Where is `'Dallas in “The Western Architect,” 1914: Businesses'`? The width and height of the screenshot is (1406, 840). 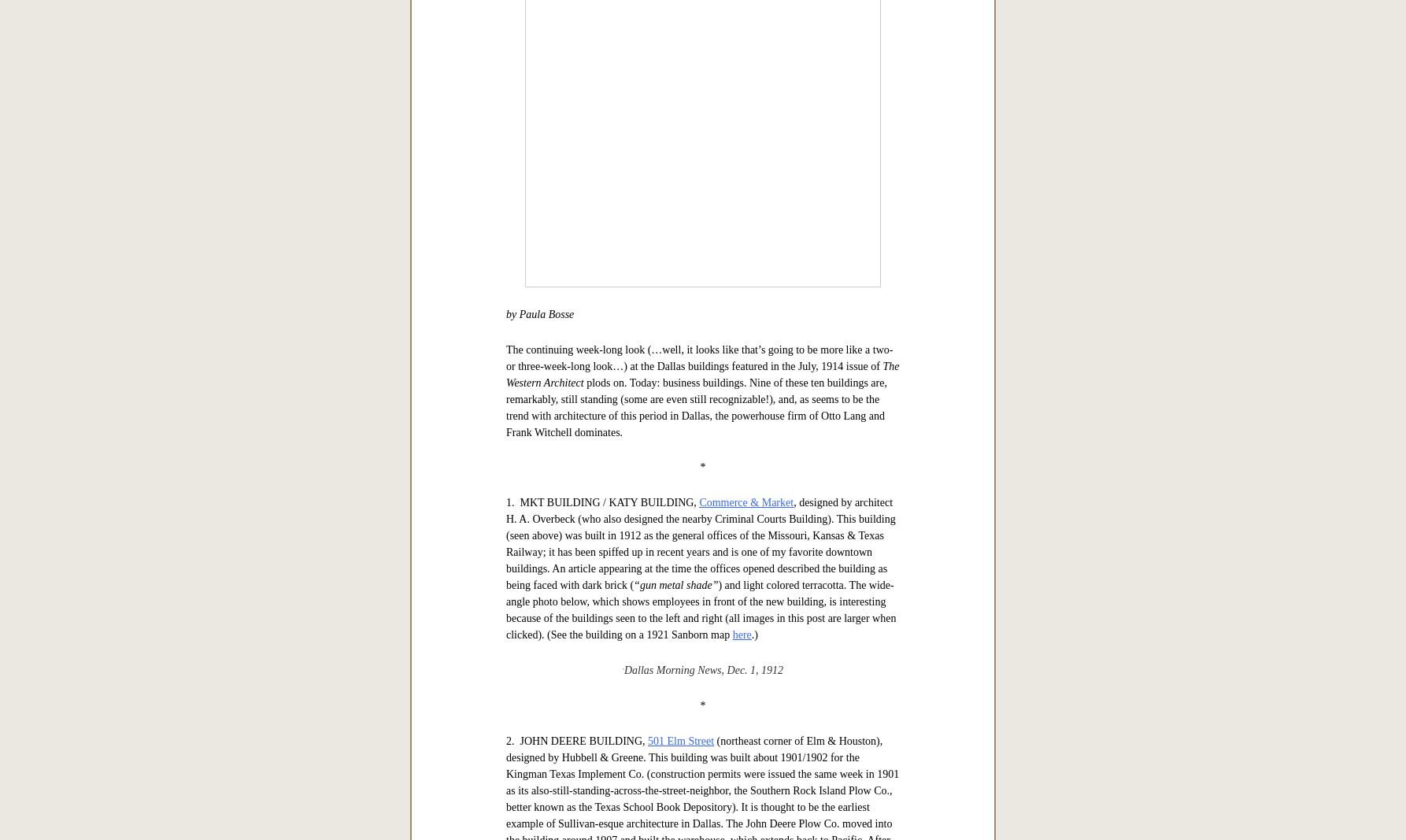 'Dallas in “The Western Architect,” 1914: Businesses' is located at coordinates (701, 390).